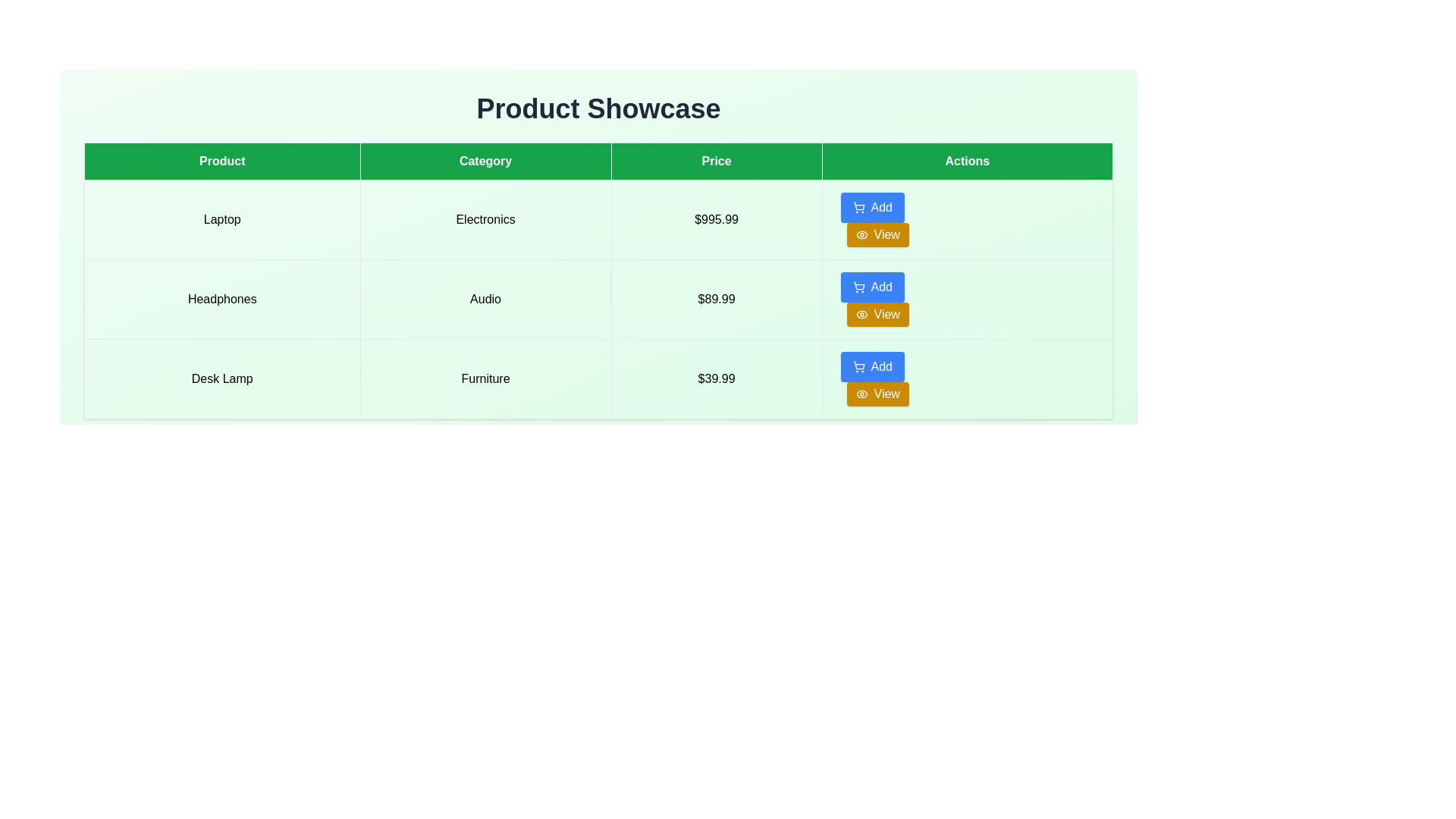 The height and width of the screenshot is (819, 1456). What do you see at coordinates (716, 219) in the screenshot?
I see `the price text label located in the third column of the first row of the table, which displays the product price and is flanked by 'Electronics' on the left and 'Add View' controls on the right` at bounding box center [716, 219].